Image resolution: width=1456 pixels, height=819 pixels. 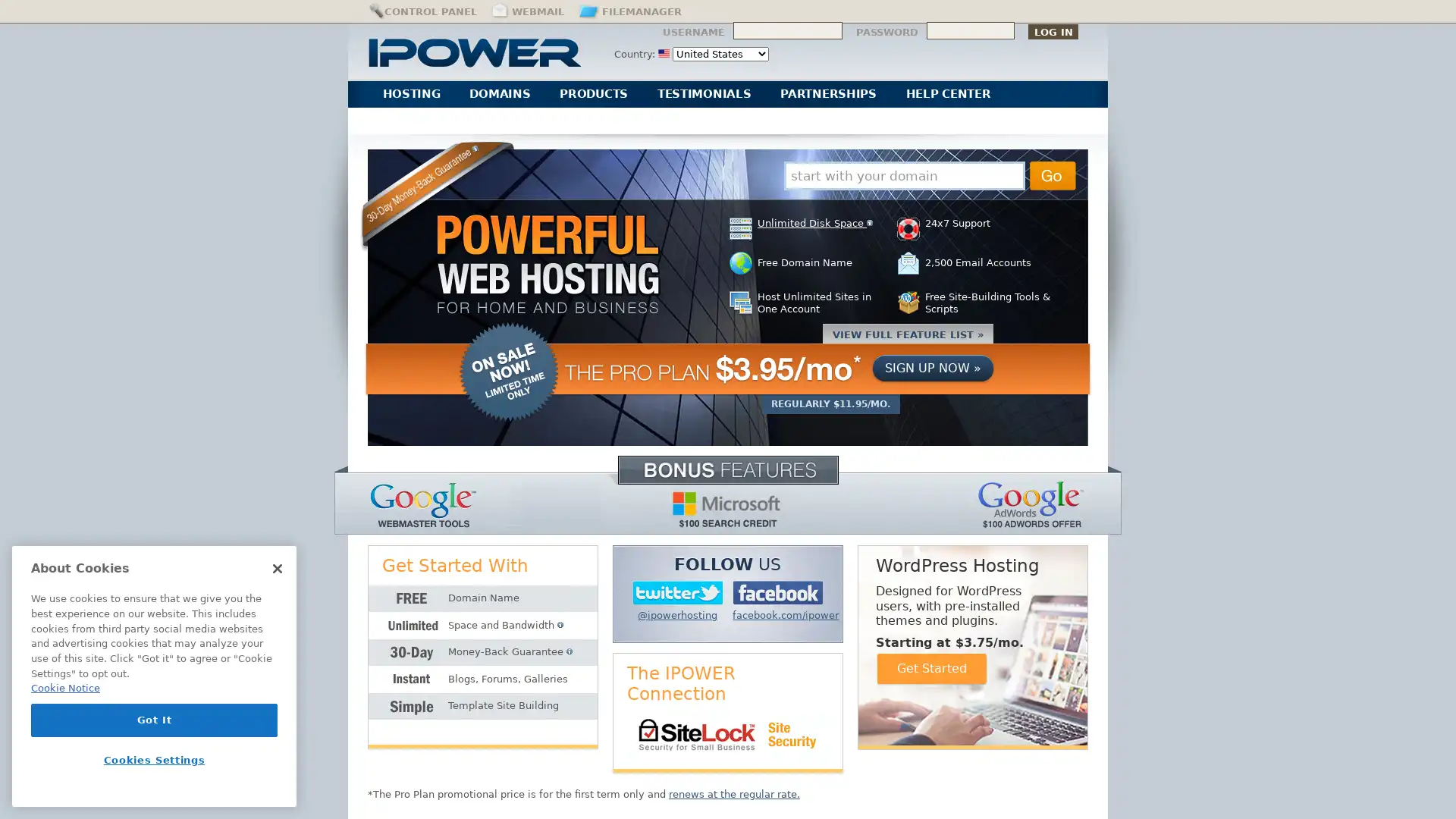 What do you see at coordinates (154, 719) in the screenshot?
I see `Got It` at bounding box center [154, 719].